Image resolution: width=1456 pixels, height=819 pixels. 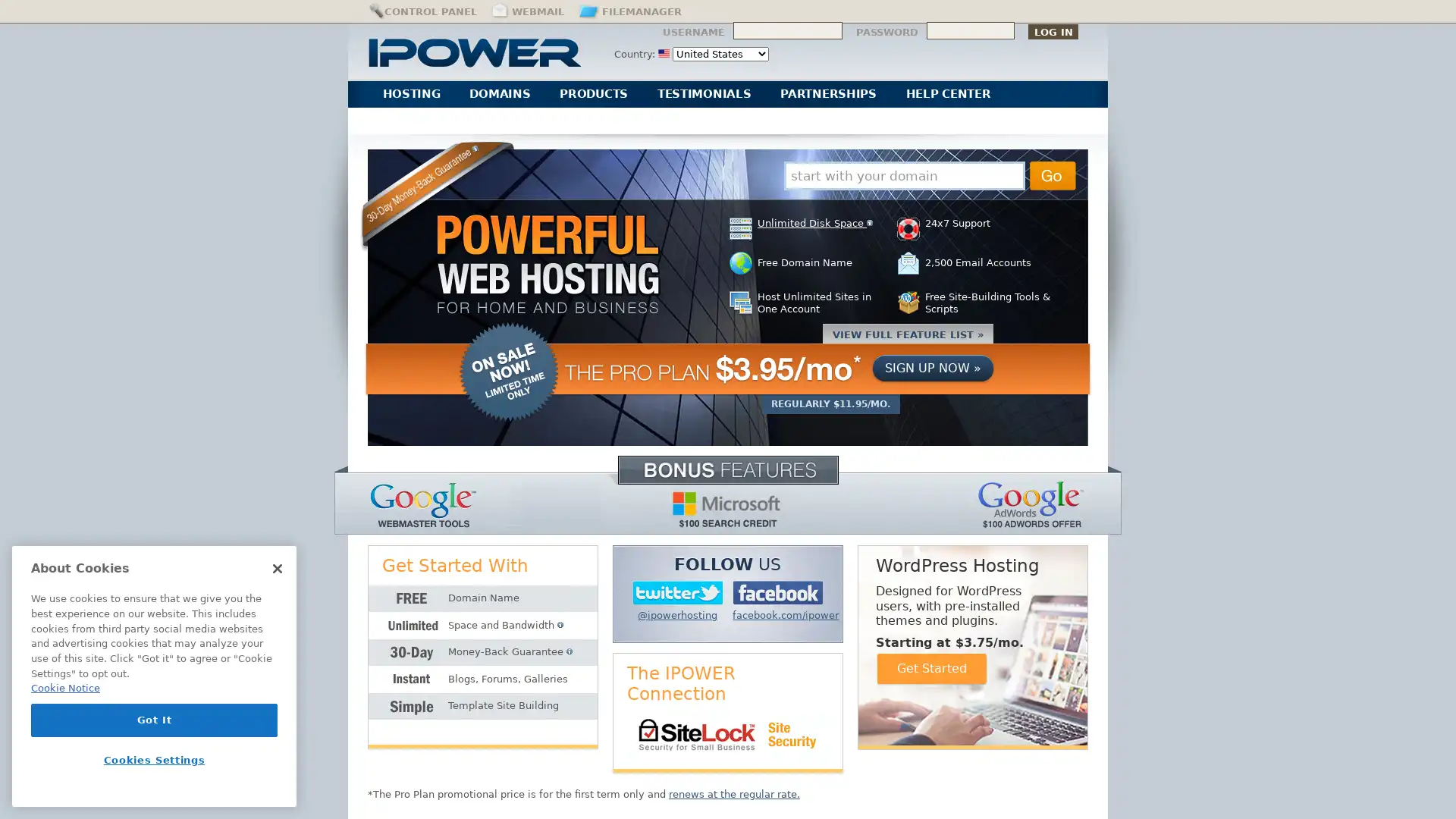 What do you see at coordinates (154, 719) in the screenshot?
I see `Got It` at bounding box center [154, 719].